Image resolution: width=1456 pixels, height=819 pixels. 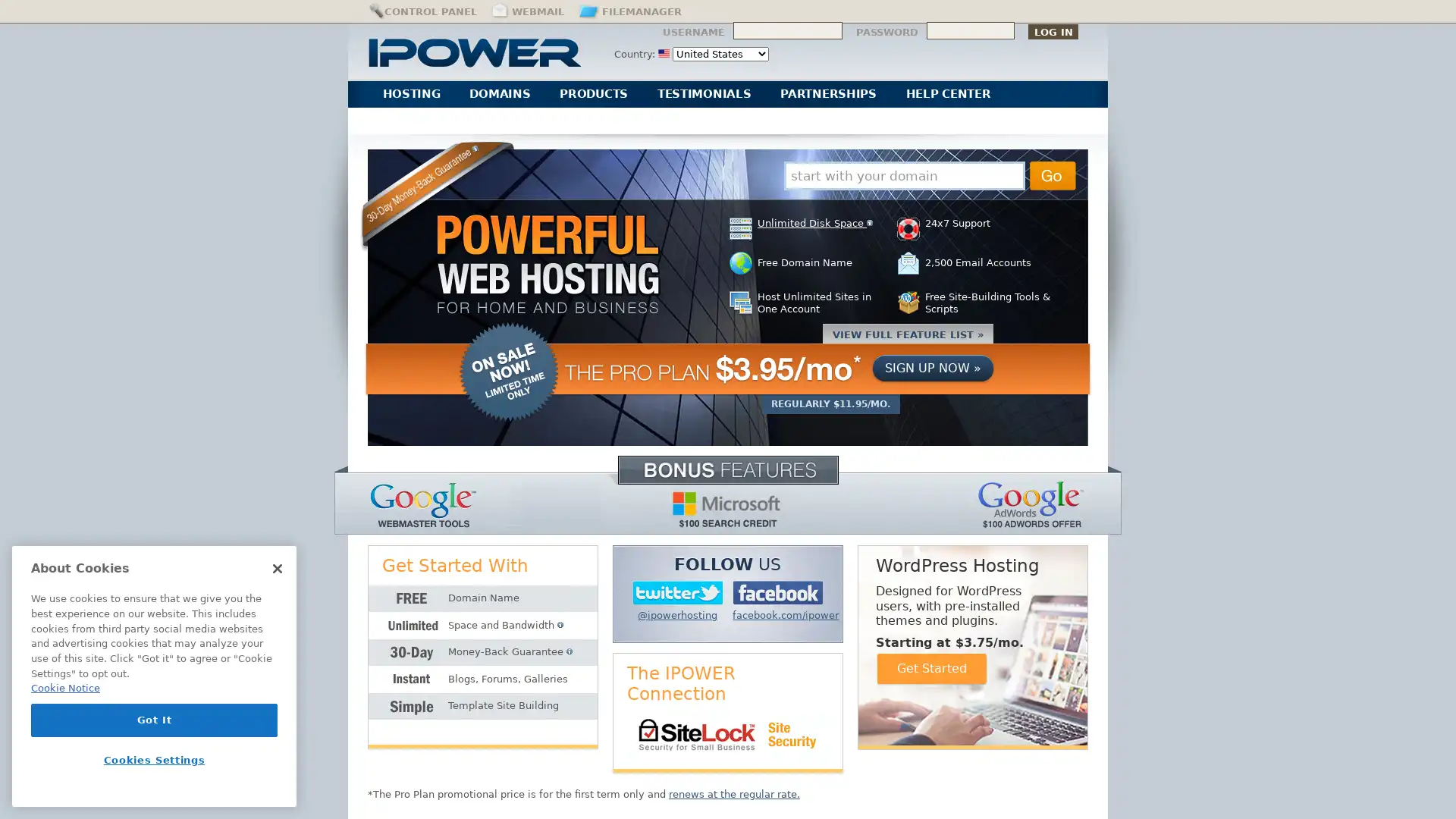 What do you see at coordinates (154, 719) in the screenshot?
I see `Got It` at bounding box center [154, 719].